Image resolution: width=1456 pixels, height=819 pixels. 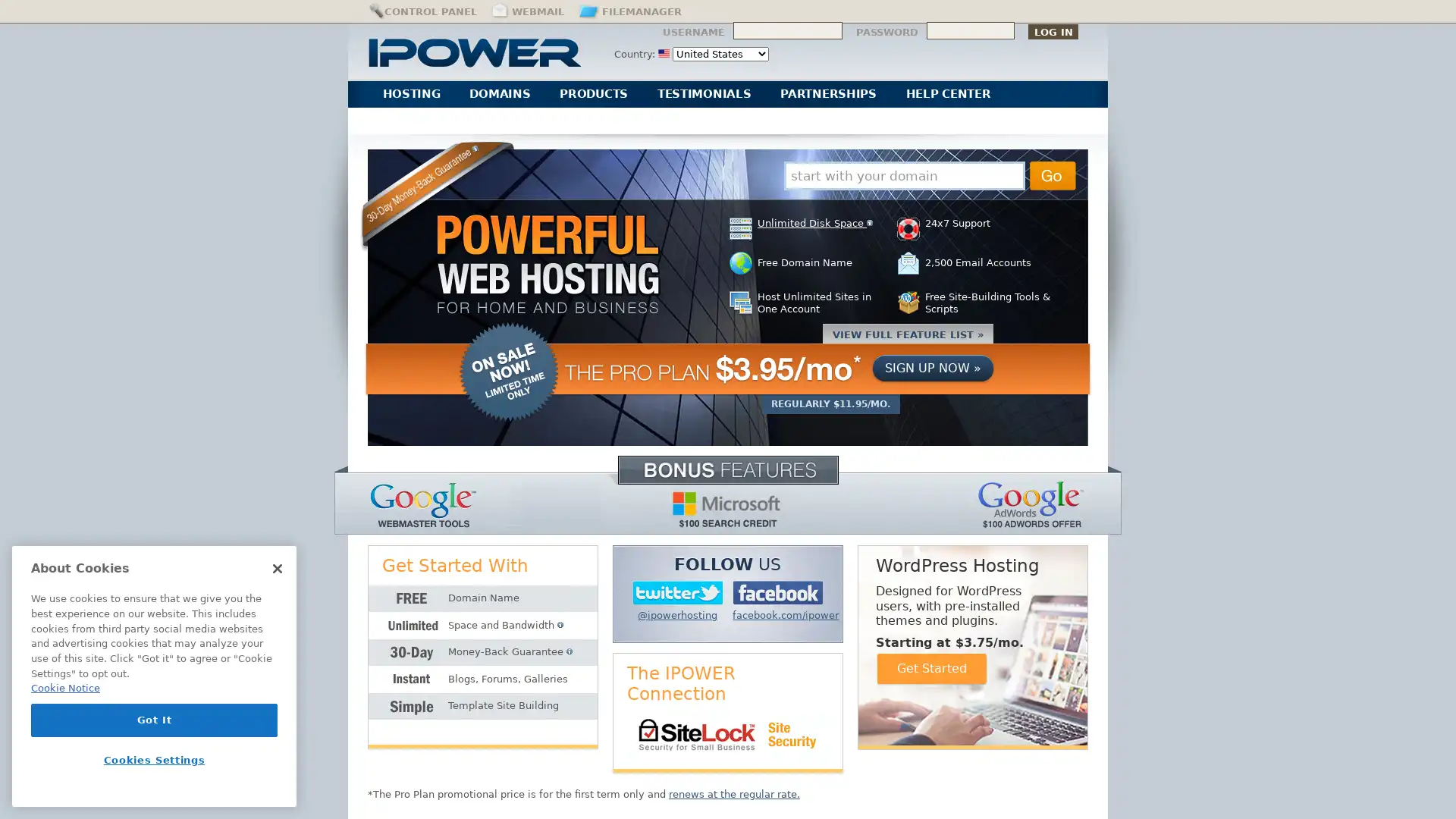 What do you see at coordinates (154, 719) in the screenshot?
I see `Got It` at bounding box center [154, 719].